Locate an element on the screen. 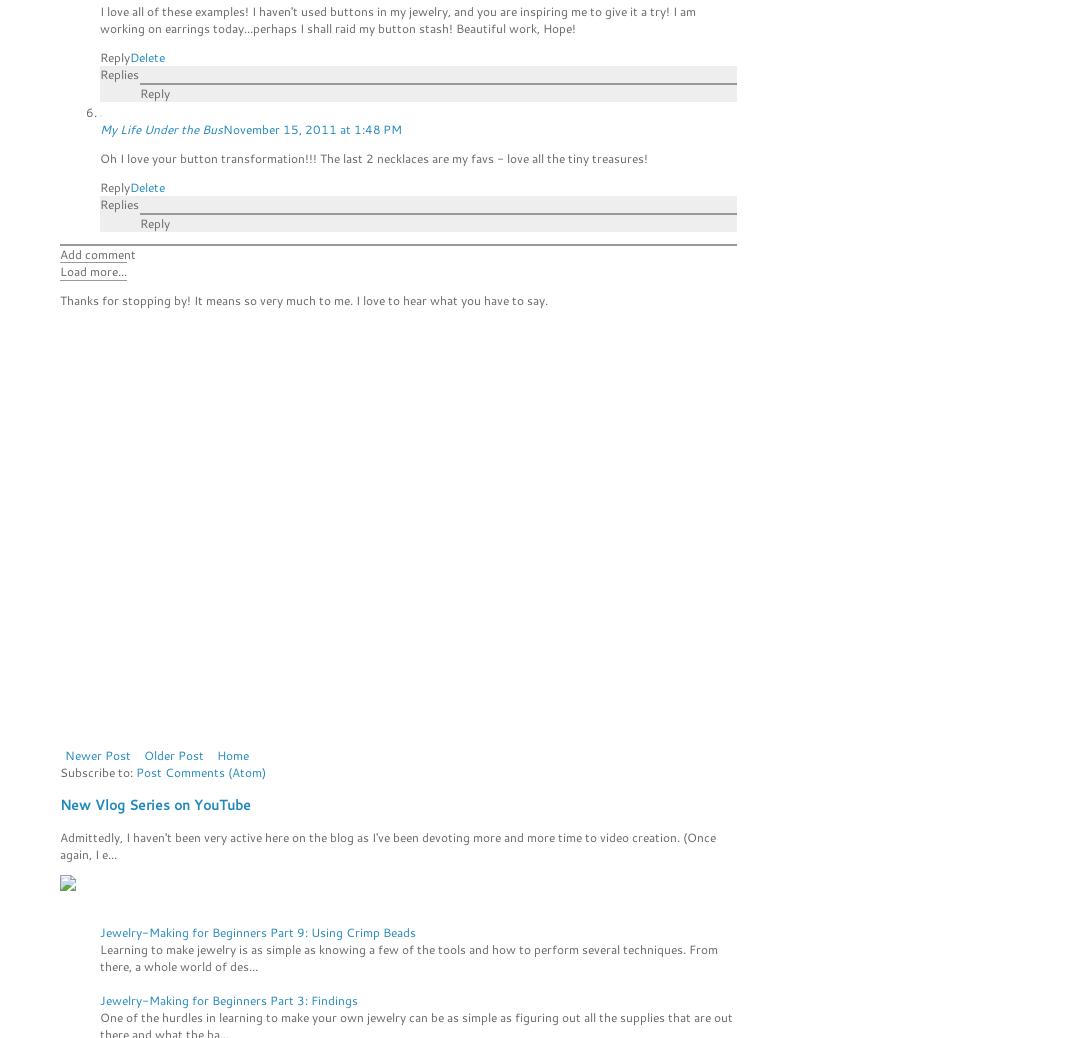 The image size is (1075, 1038). 'Jewelry-Making for Beginners Part 3: Findings' is located at coordinates (227, 1000).